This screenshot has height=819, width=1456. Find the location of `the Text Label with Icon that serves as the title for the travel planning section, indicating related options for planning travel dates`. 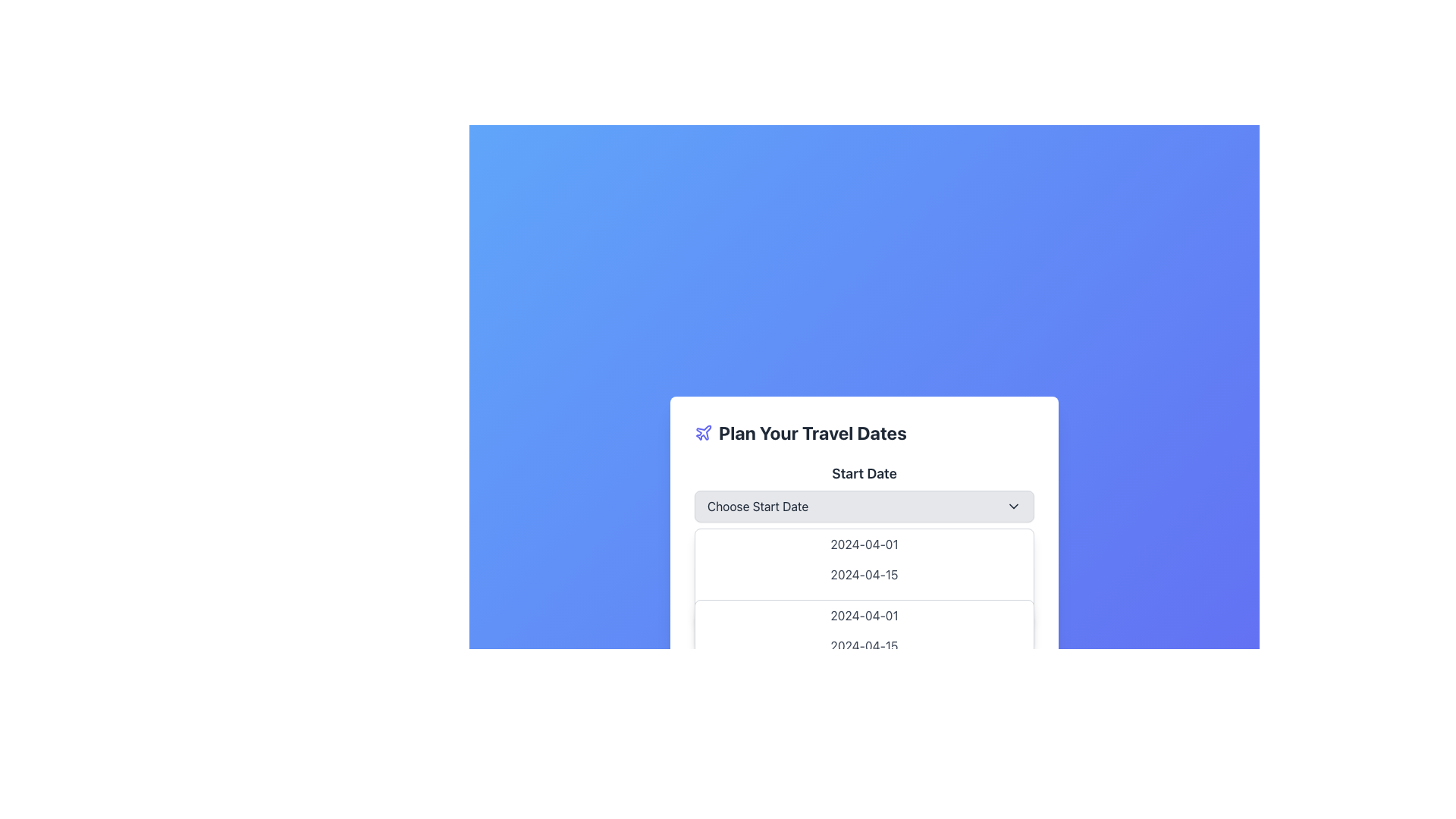

the Text Label with Icon that serves as the title for the travel planning section, indicating related options for planning travel dates is located at coordinates (864, 432).